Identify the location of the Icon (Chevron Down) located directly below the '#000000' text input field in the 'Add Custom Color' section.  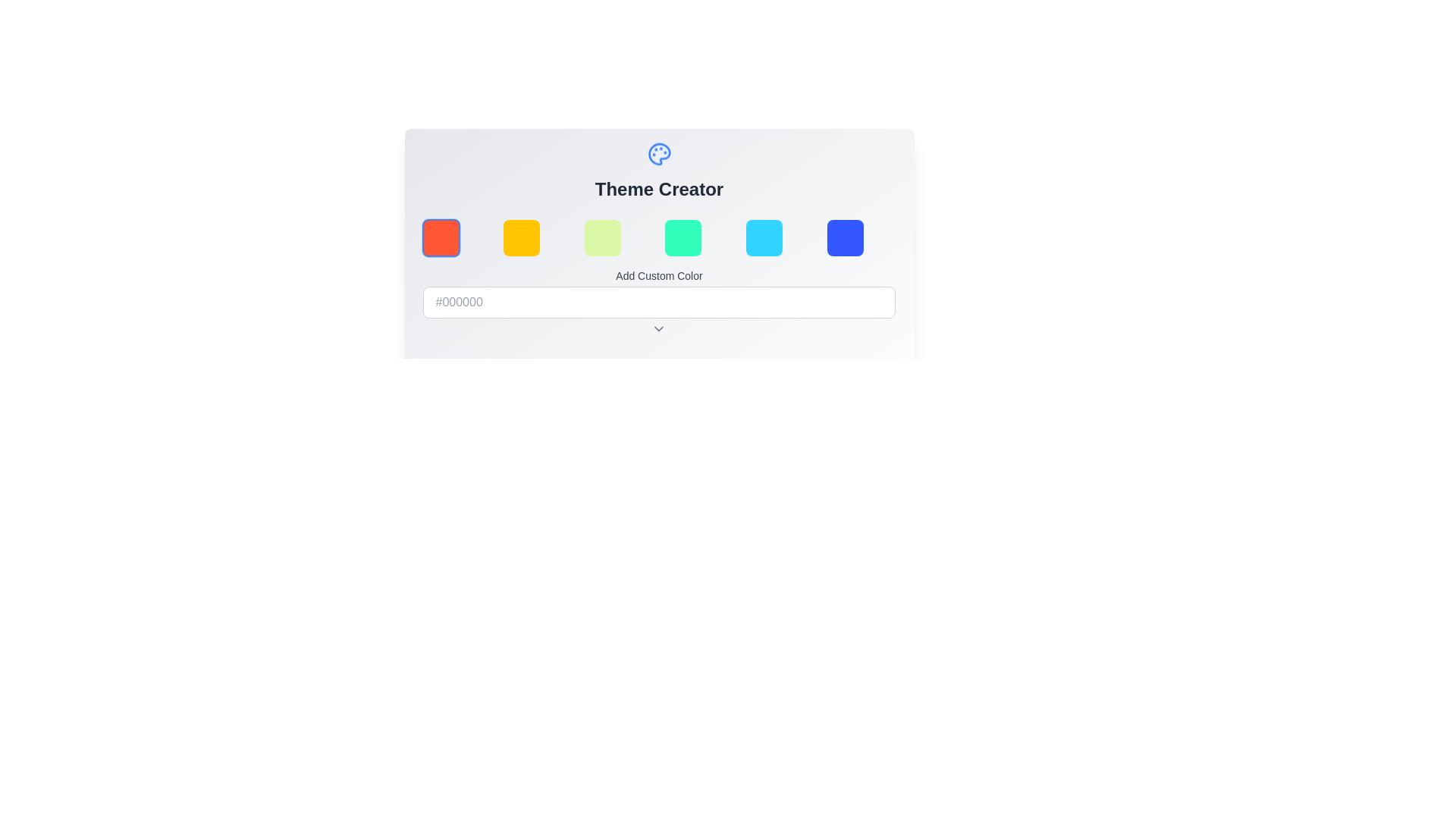
(659, 328).